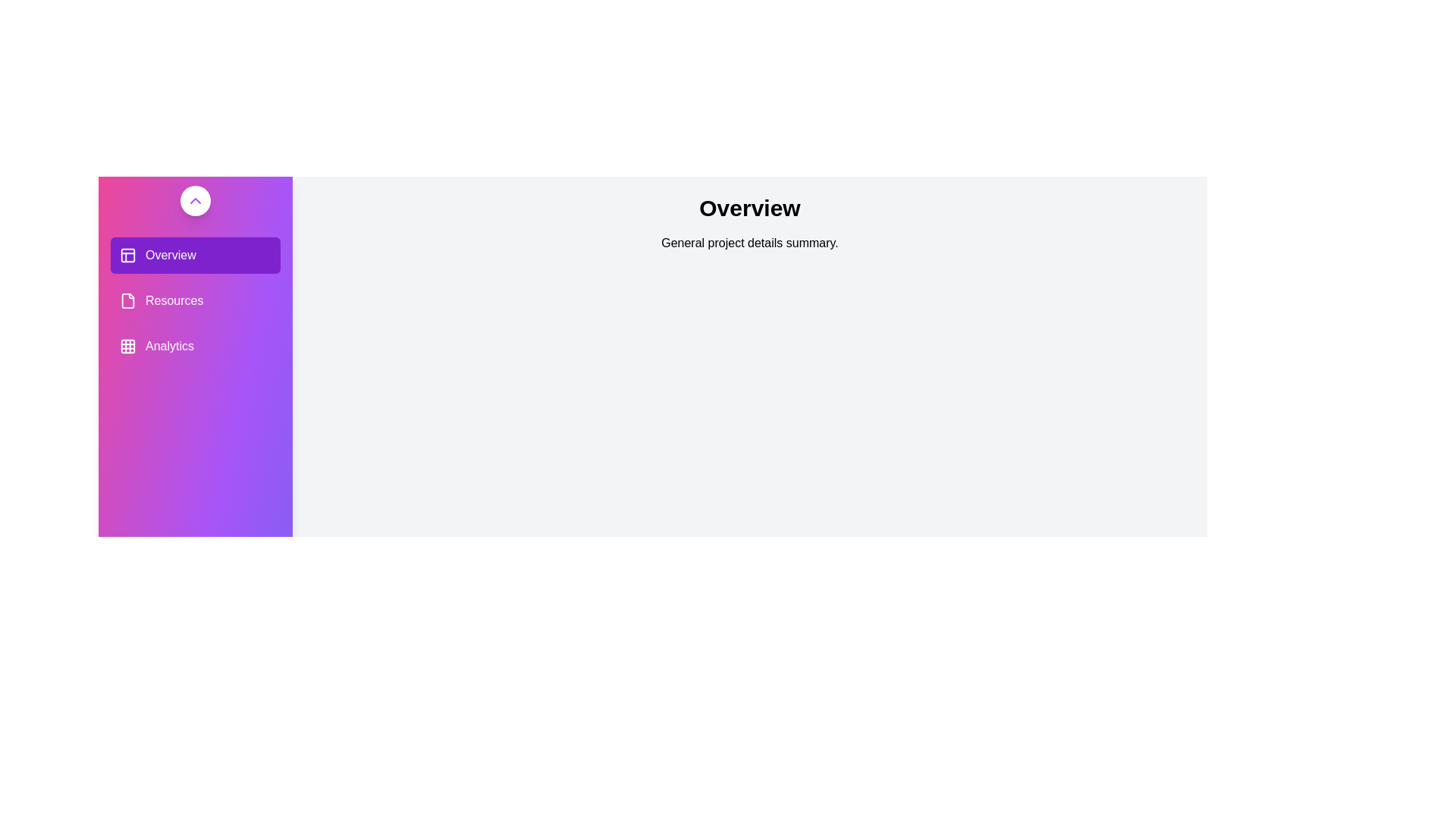 Image resolution: width=1456 pixels, height=819 pixels. I want to click on drawer toggle button to toggle its state, so click(195, 200).